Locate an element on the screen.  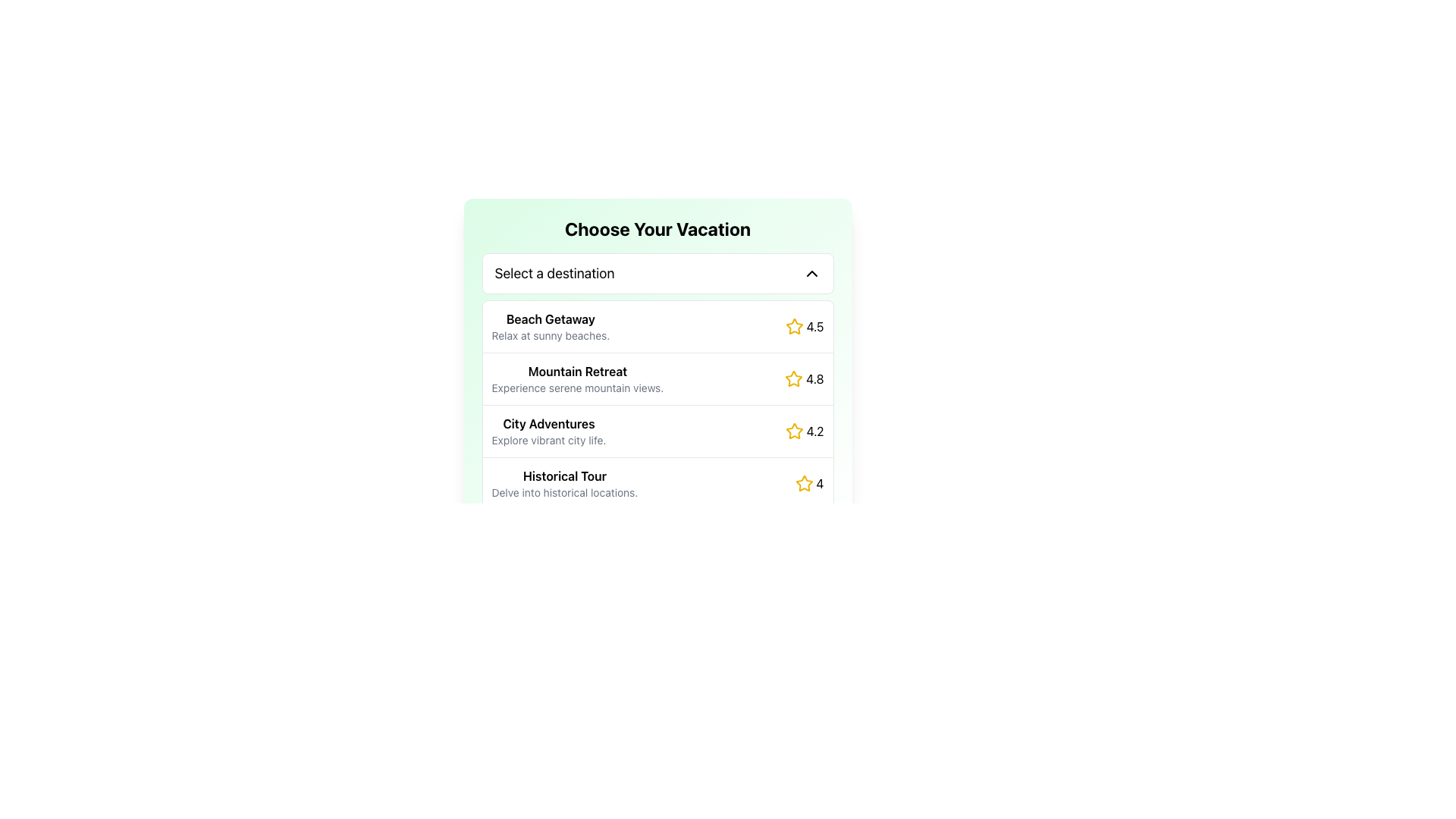
the star icon that indicates a rating for the 'Historical Tour' list item in the fourth row of the rating section is located at coordinates (803, 483).